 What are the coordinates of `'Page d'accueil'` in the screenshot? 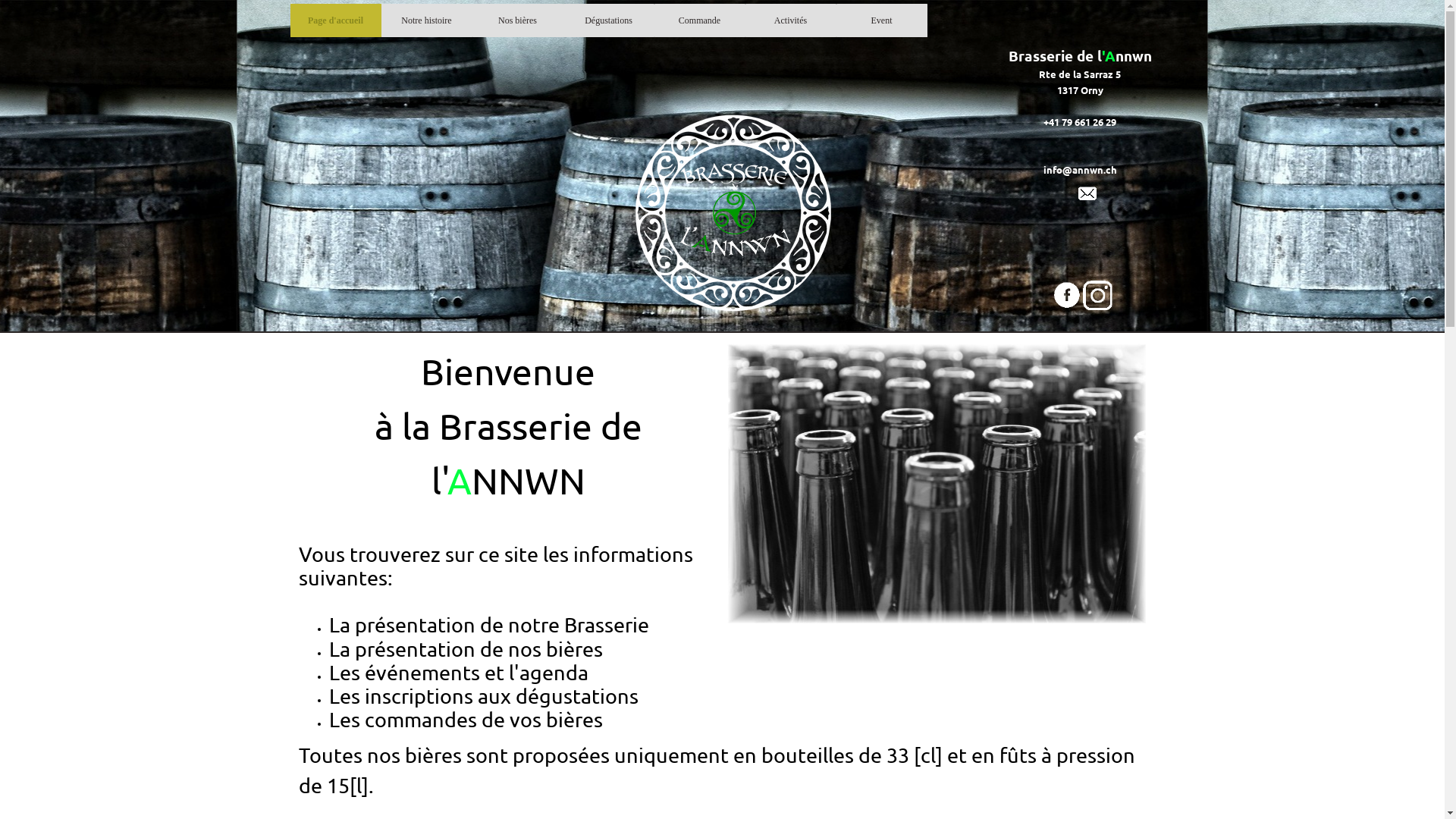 It's located at (294, 20).